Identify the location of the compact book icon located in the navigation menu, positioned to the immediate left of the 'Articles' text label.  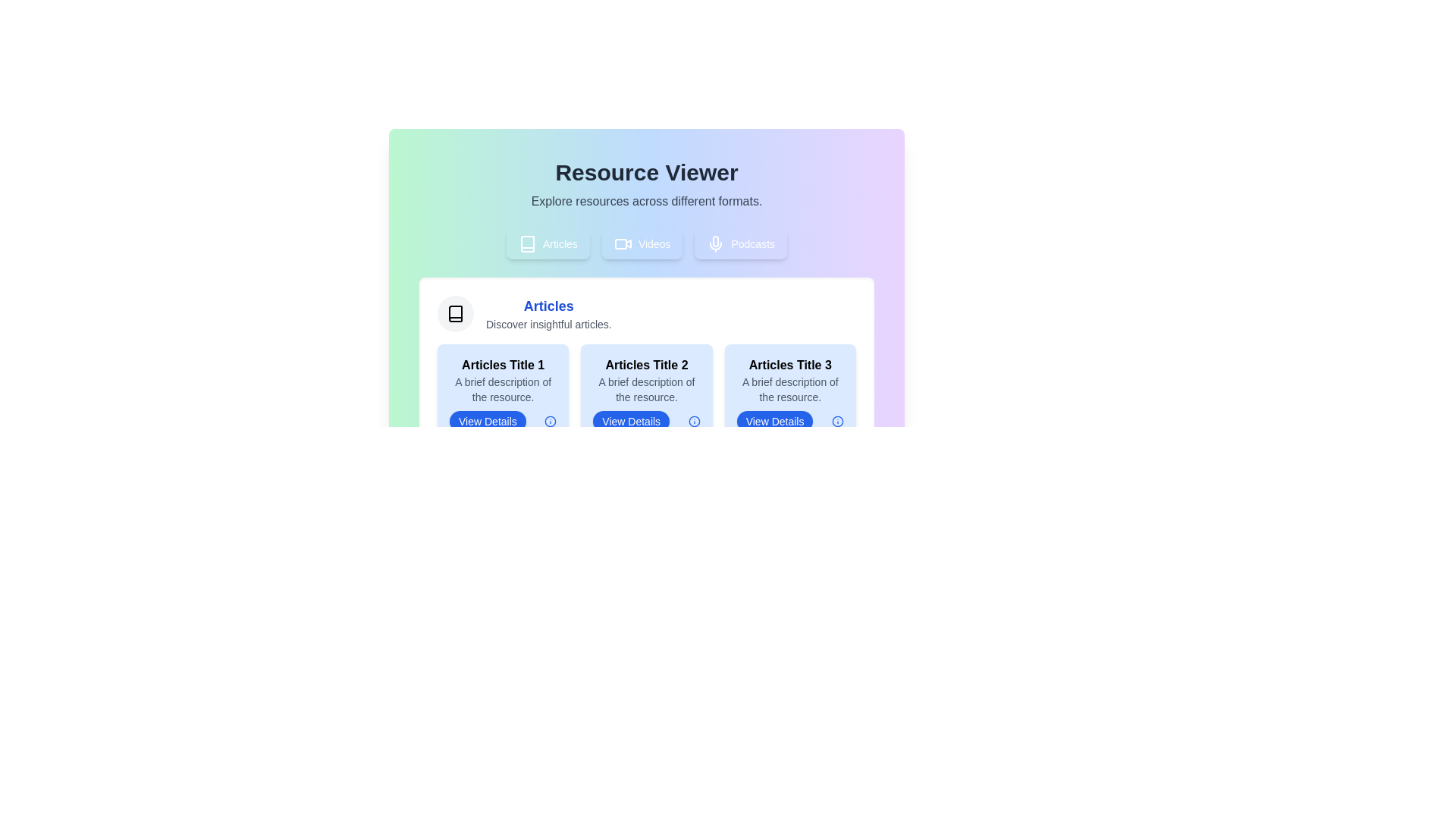
(528, 243).